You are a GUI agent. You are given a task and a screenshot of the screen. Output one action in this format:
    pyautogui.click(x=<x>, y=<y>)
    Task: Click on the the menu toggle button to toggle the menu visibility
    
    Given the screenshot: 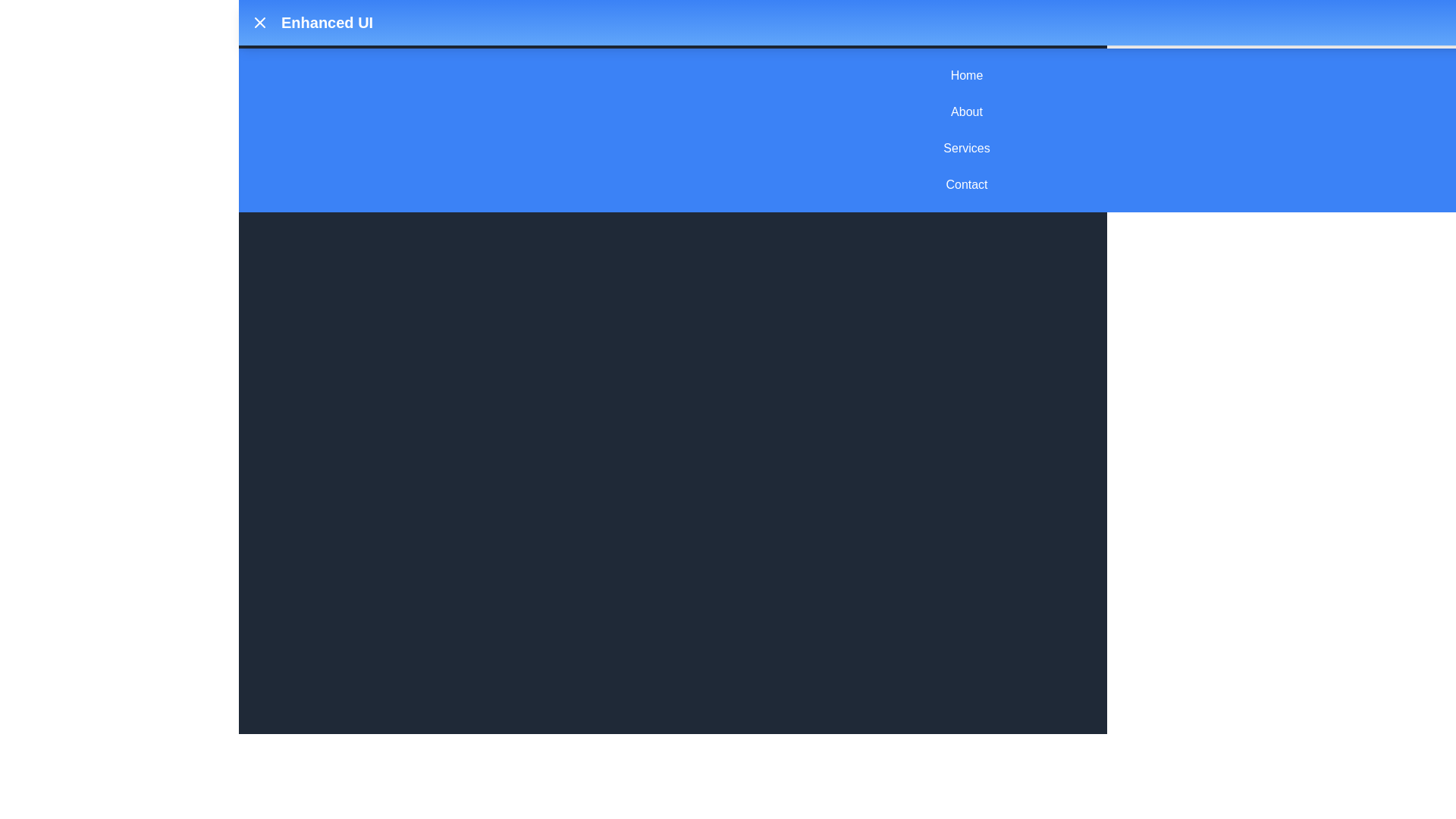 What is the action you would take?
    pyautogui.click(x=259, y=23)
    